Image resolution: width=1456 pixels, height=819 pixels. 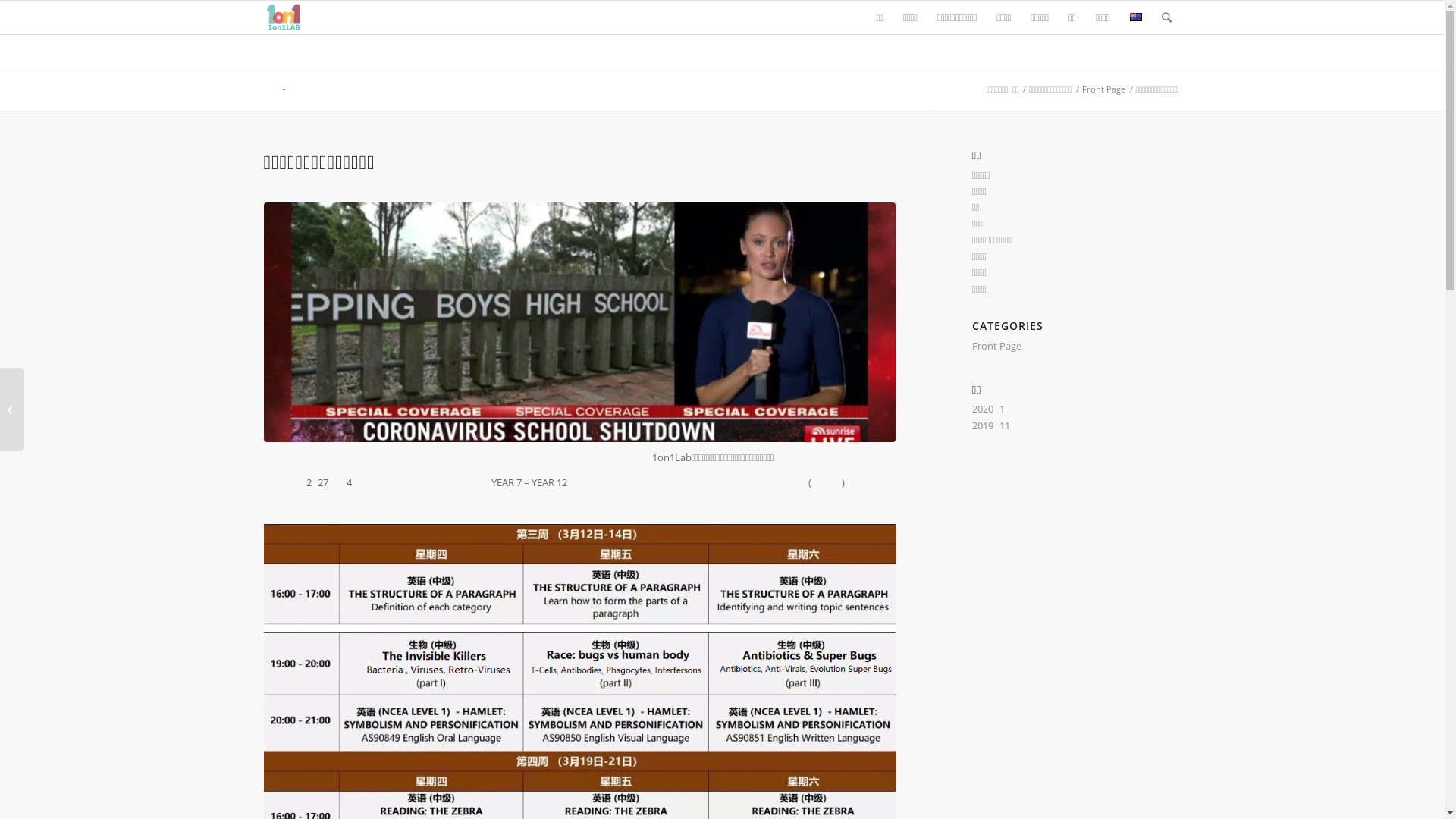 What do you see at coordinates (996, 345) in the screenshot?
I see `'Front Page'` at bounding box center [996, 345].